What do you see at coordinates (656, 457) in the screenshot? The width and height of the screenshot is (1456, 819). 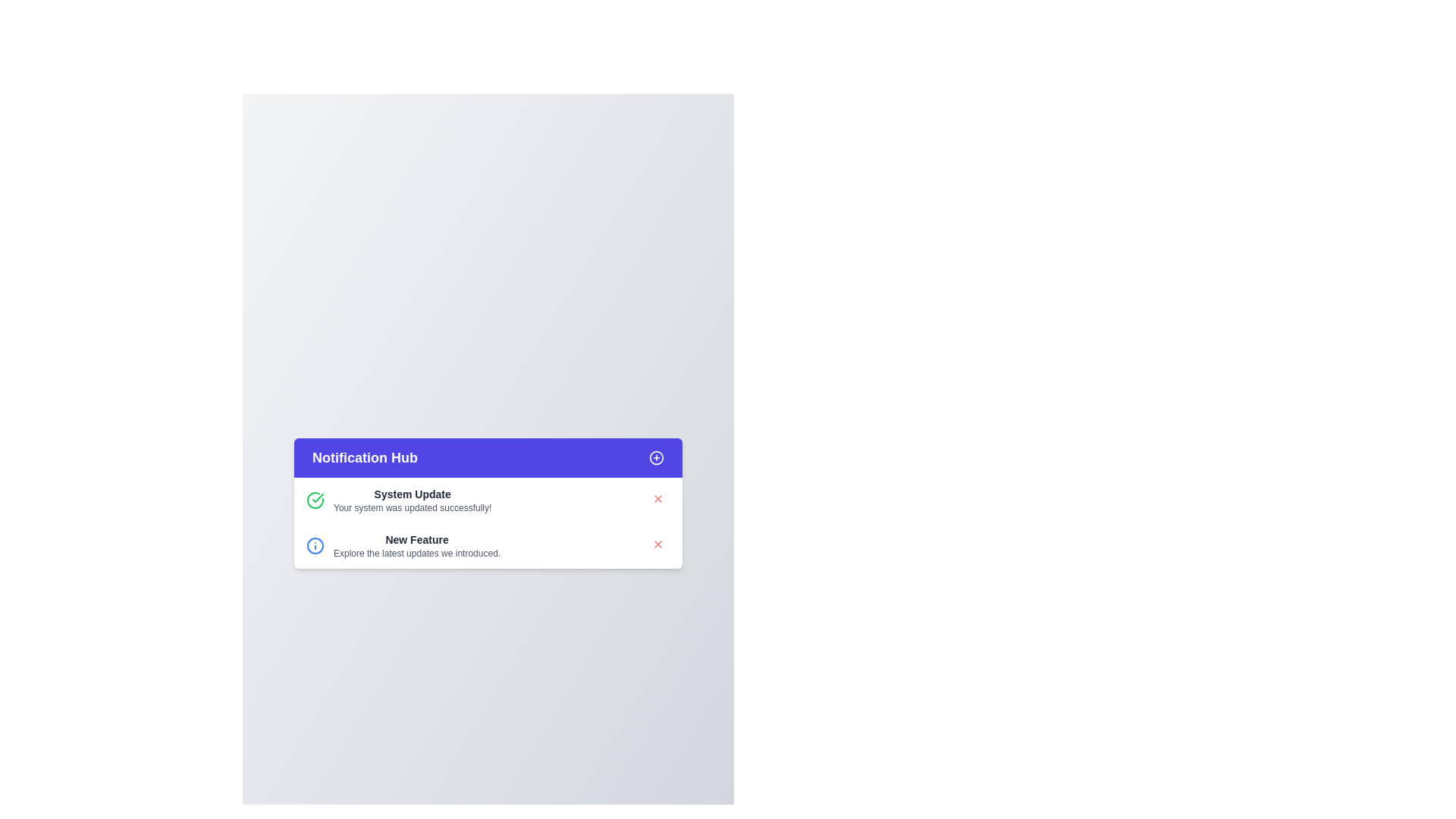 I see `the circular icon button with a plus sign in the top-right corner of the blue header bar labeled 'Notification Hub' to change its color to green` at bounding box center [656, 457].